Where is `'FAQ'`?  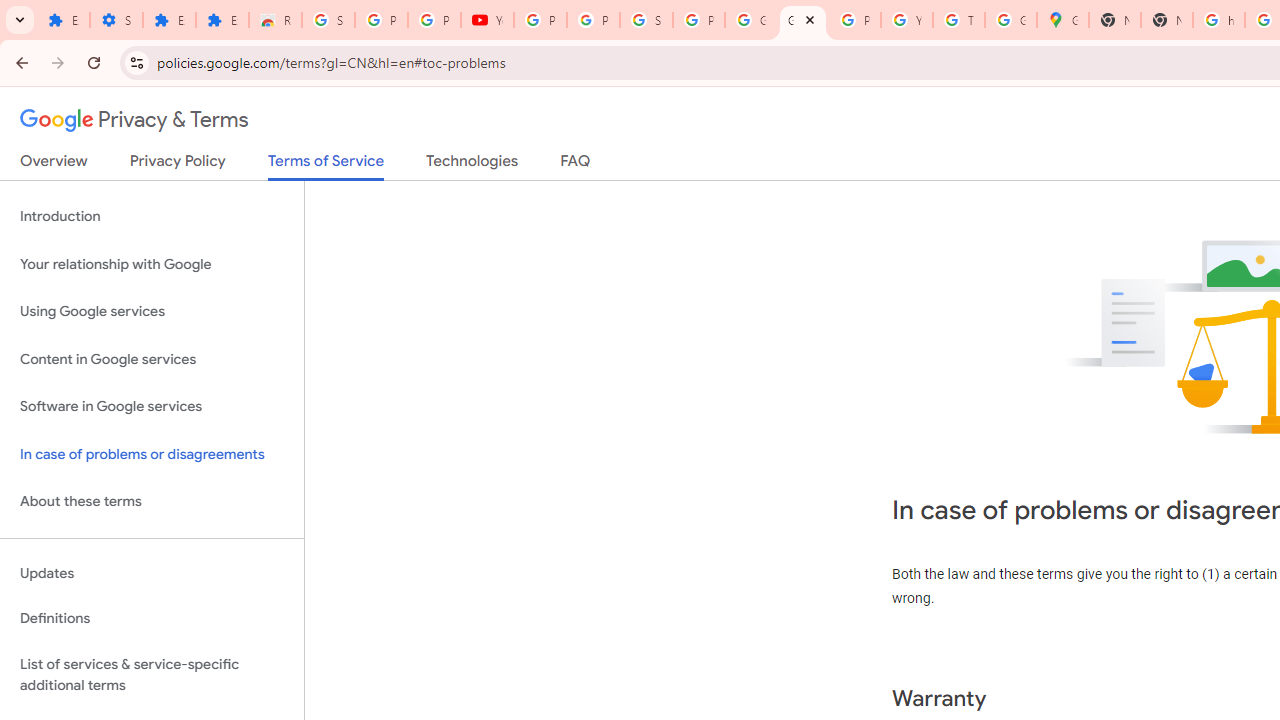 'FAQ' is located at coordinates (575, 164).